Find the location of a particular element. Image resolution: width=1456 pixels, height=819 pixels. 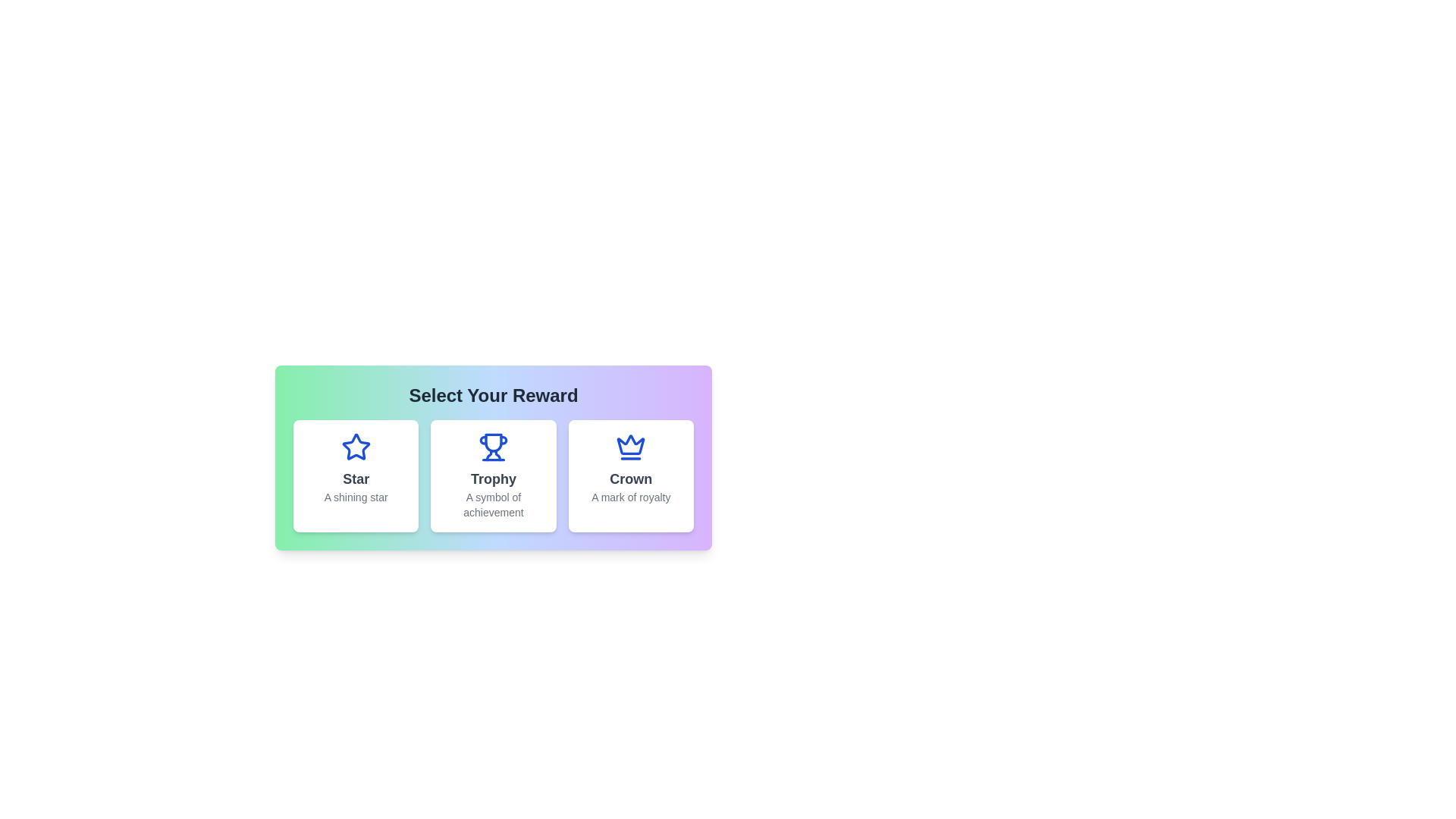

the reward card labeled 'Trophy' to view its hover effect is located at coordinates (494, 475).